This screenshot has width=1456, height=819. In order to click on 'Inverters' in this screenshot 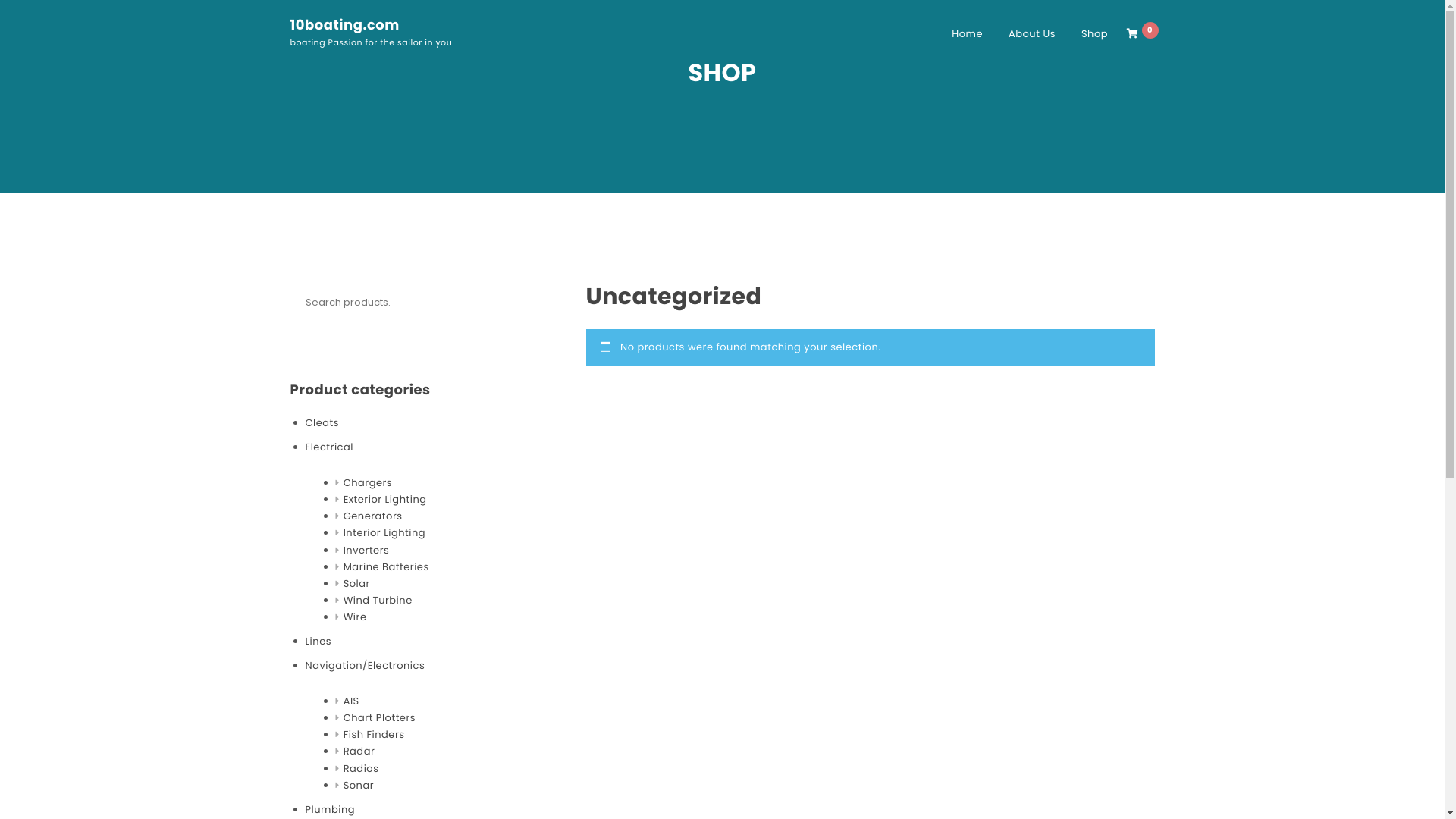, I will do `click(342, 550)`.